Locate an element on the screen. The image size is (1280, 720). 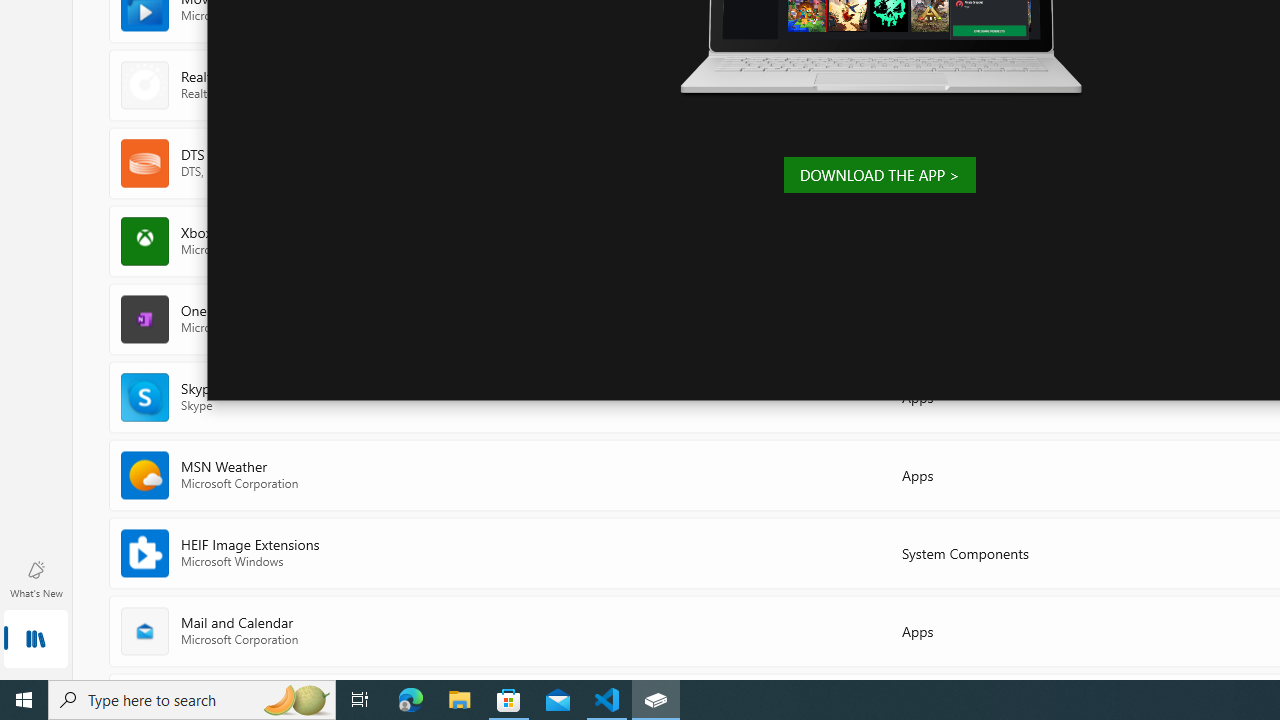
'Microsoft Store - 1 running window' is located at coordinates (509, 698).